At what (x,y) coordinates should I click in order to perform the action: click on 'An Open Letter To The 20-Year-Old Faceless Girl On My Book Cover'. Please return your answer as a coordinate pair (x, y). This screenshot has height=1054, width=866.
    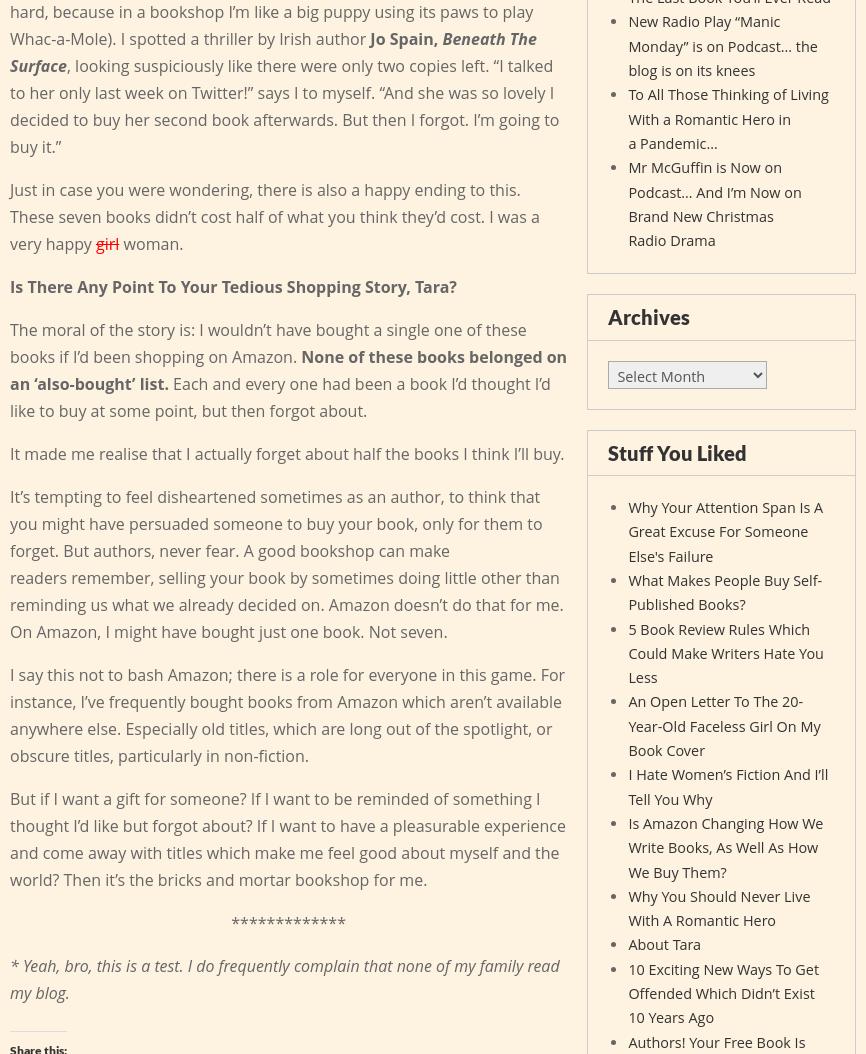
    Looking at the image, I should click on (628, 724).